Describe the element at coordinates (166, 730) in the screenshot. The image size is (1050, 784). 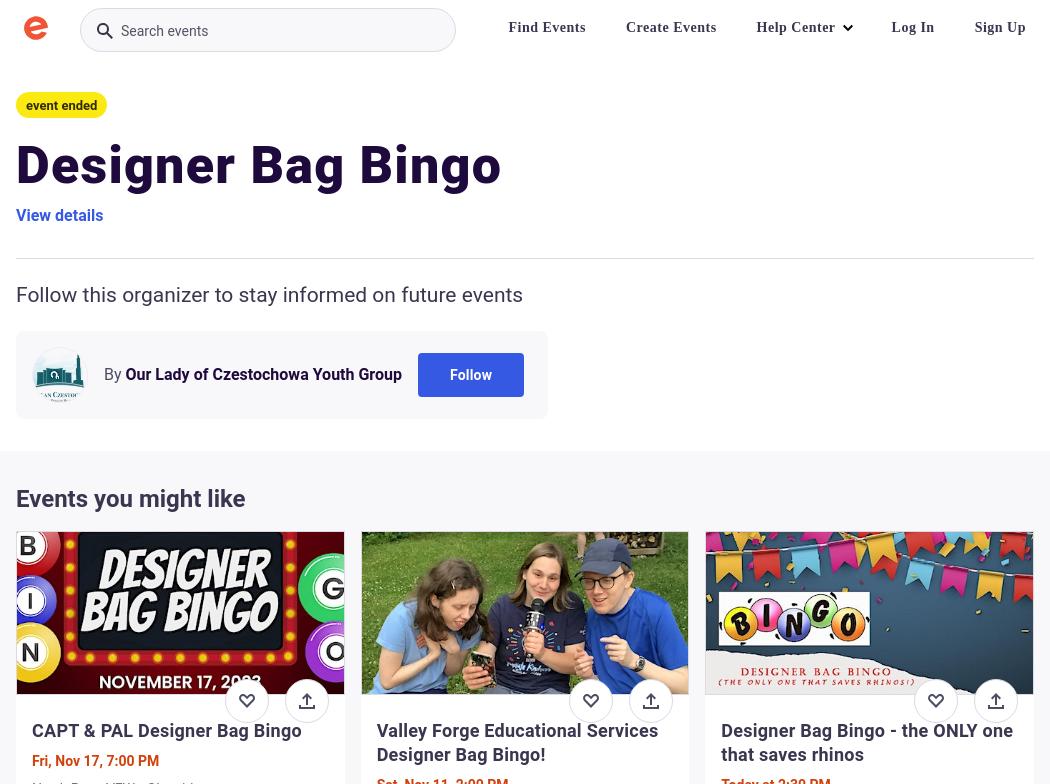
I see `'CAPT & PAL Designer Bag Bingo'` at that location.